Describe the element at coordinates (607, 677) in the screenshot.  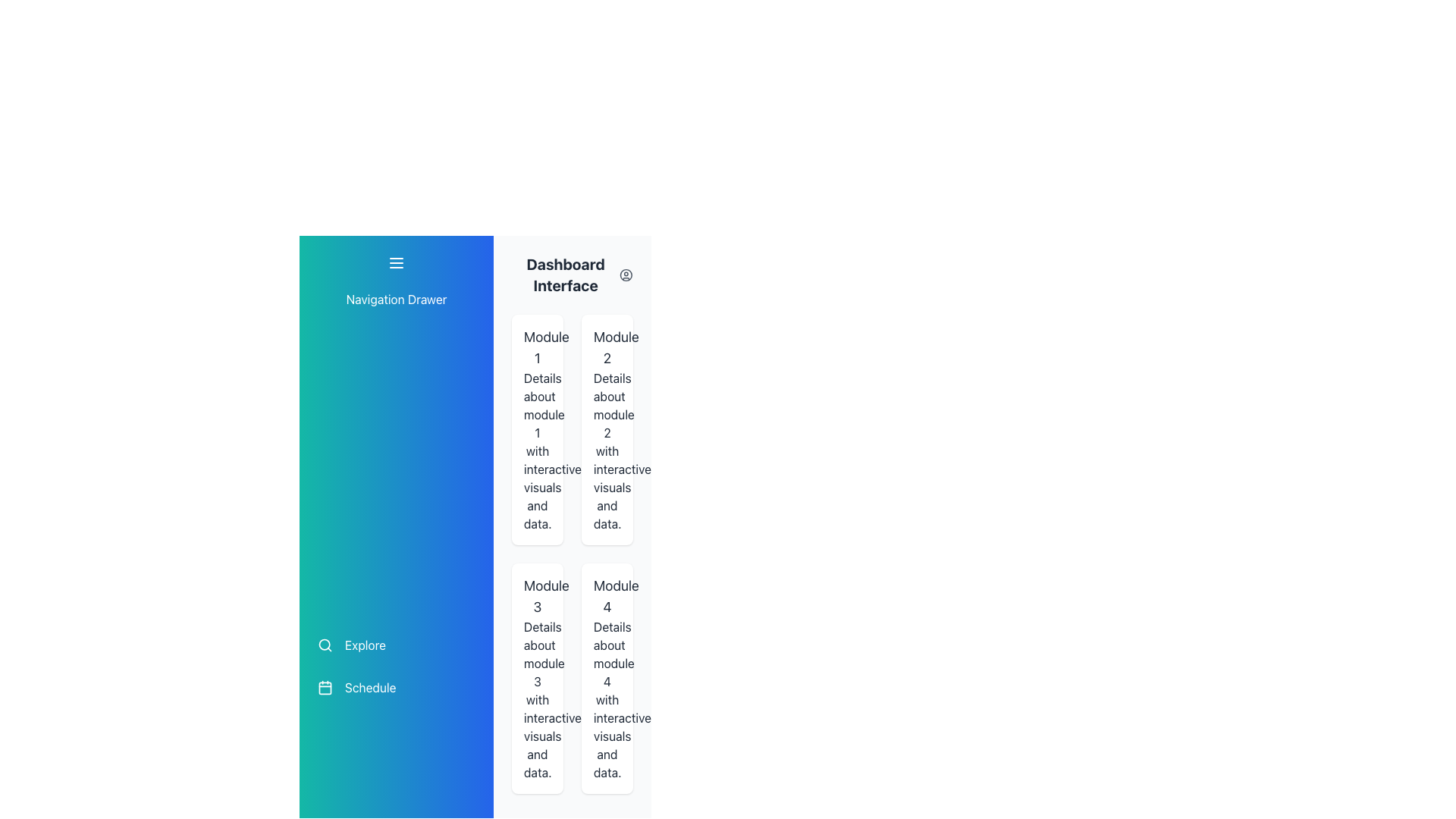
I see `details displayed in the informational card for 'Module 4', located in the middle-right section of the page under the title 'Dashboard Interface'` at that location.